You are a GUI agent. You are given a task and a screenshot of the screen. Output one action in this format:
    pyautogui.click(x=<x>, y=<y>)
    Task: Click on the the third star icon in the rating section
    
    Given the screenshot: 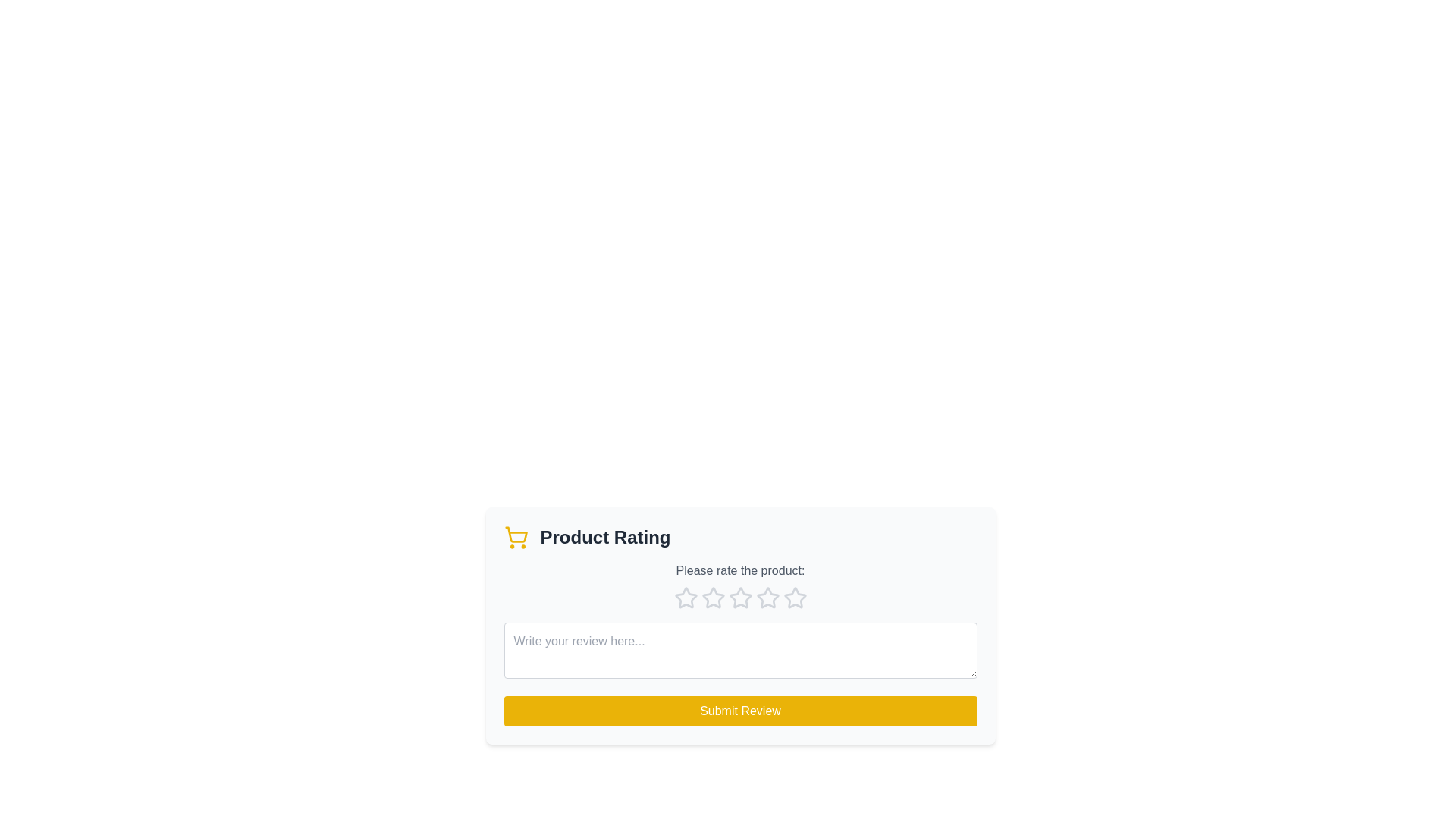 What is the action you would take?
    pyautogui.click(x=740, y=597)
    